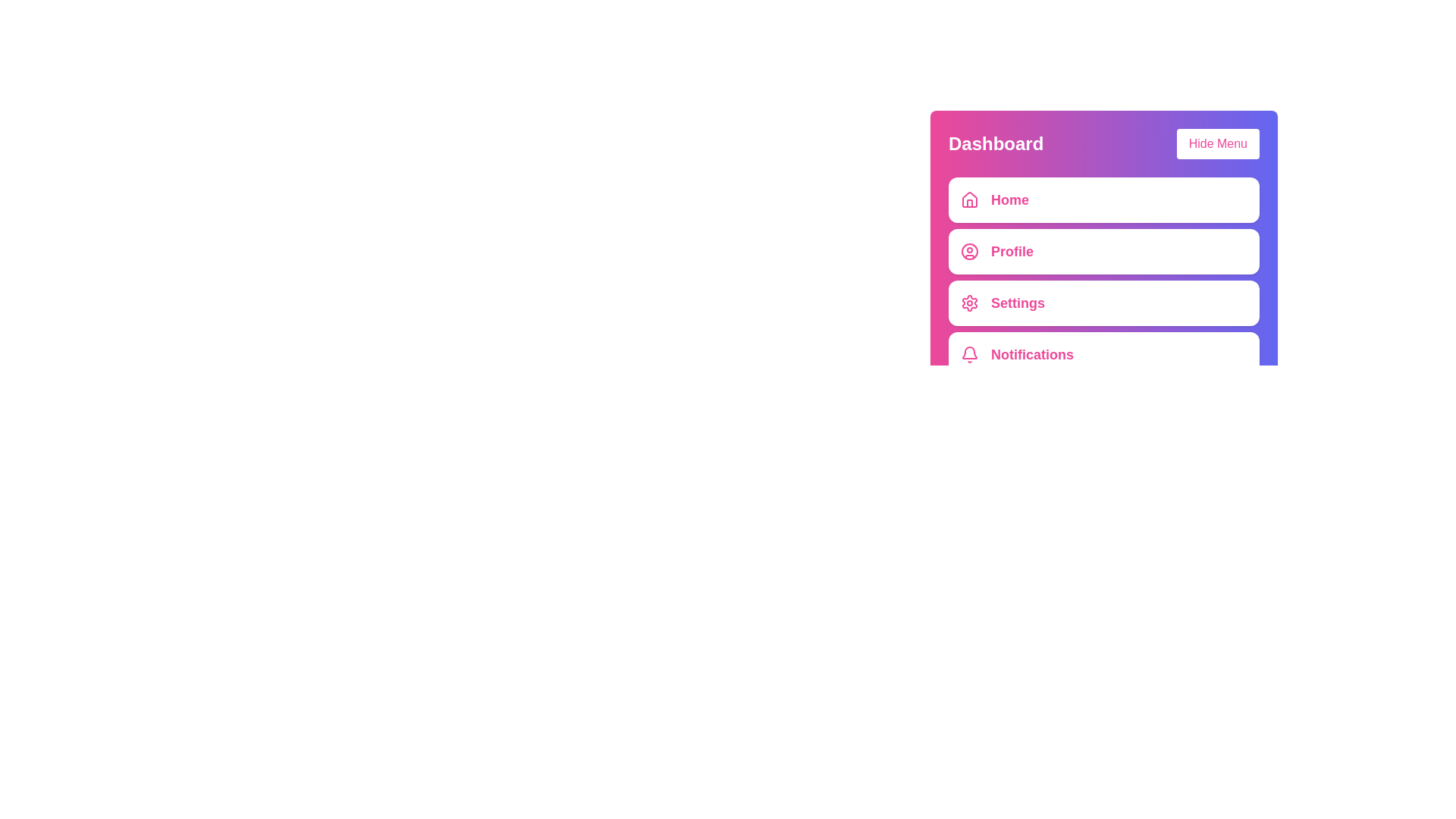 Image resolution: width=1456 pixels, height=819 pixels. What do you see at coordinates (1103, 303) in the screenshot?
I see `the menu item labeled Settings` at bounding box center [1103, 303].